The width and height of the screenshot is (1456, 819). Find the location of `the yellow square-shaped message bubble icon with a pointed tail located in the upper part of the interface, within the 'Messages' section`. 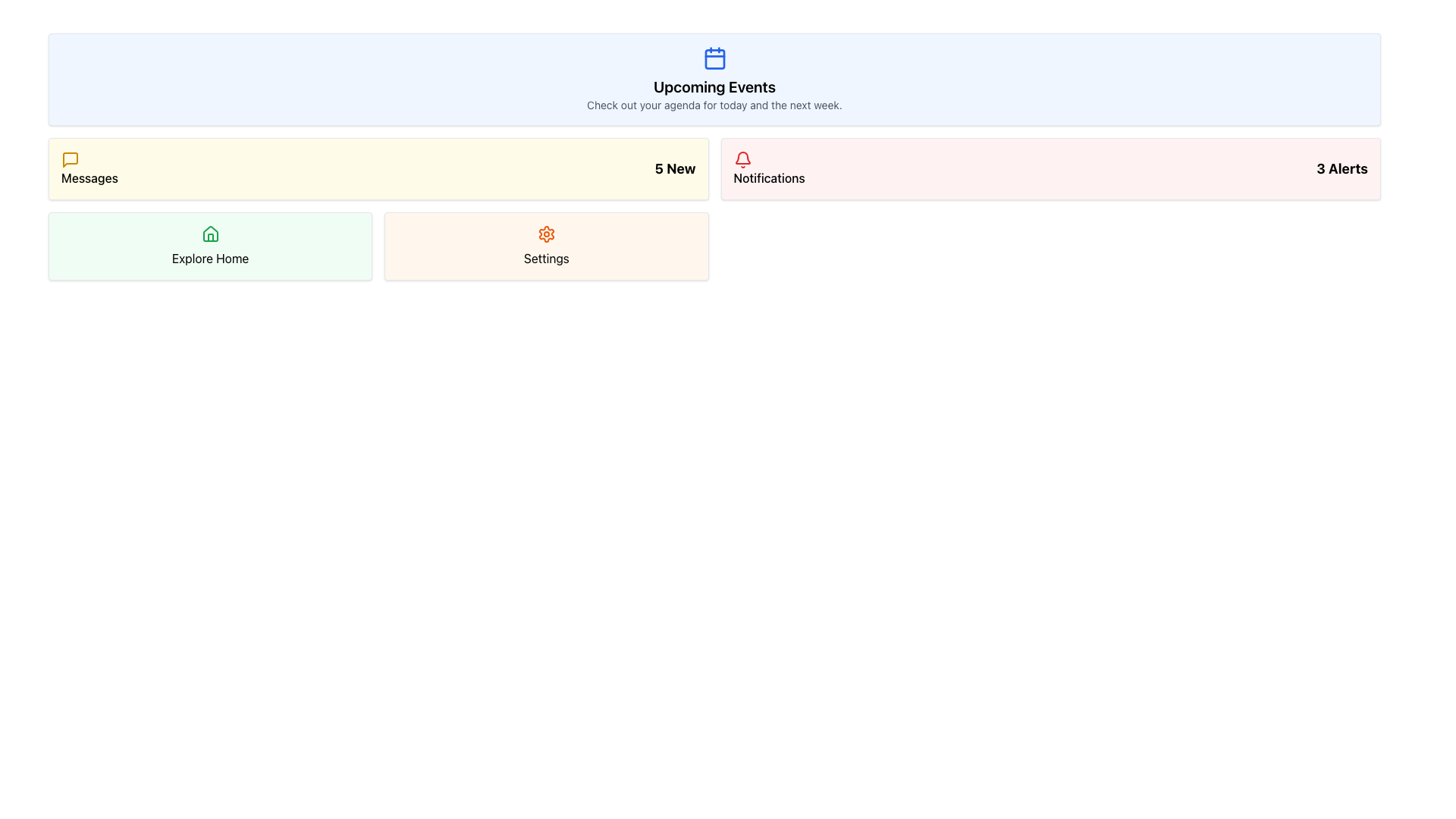

the yellow square-shaped message bubble icon with a pointed tail located in the upper part of the interface, within the 'Messages' section is located at coordinates (69, 160).